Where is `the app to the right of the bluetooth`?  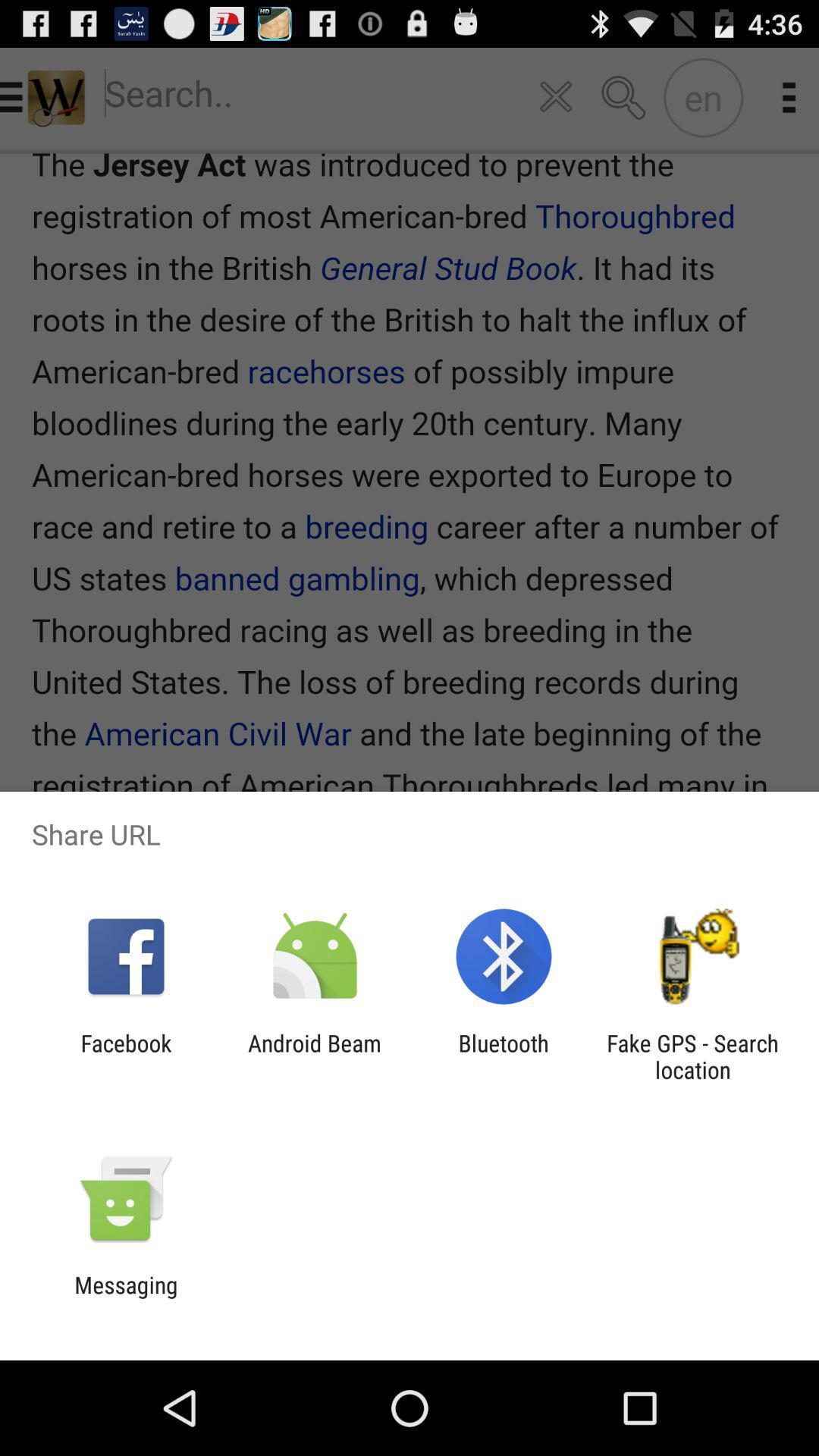 the app to the right of the bluetooth is located at coordinates (692, 1056).